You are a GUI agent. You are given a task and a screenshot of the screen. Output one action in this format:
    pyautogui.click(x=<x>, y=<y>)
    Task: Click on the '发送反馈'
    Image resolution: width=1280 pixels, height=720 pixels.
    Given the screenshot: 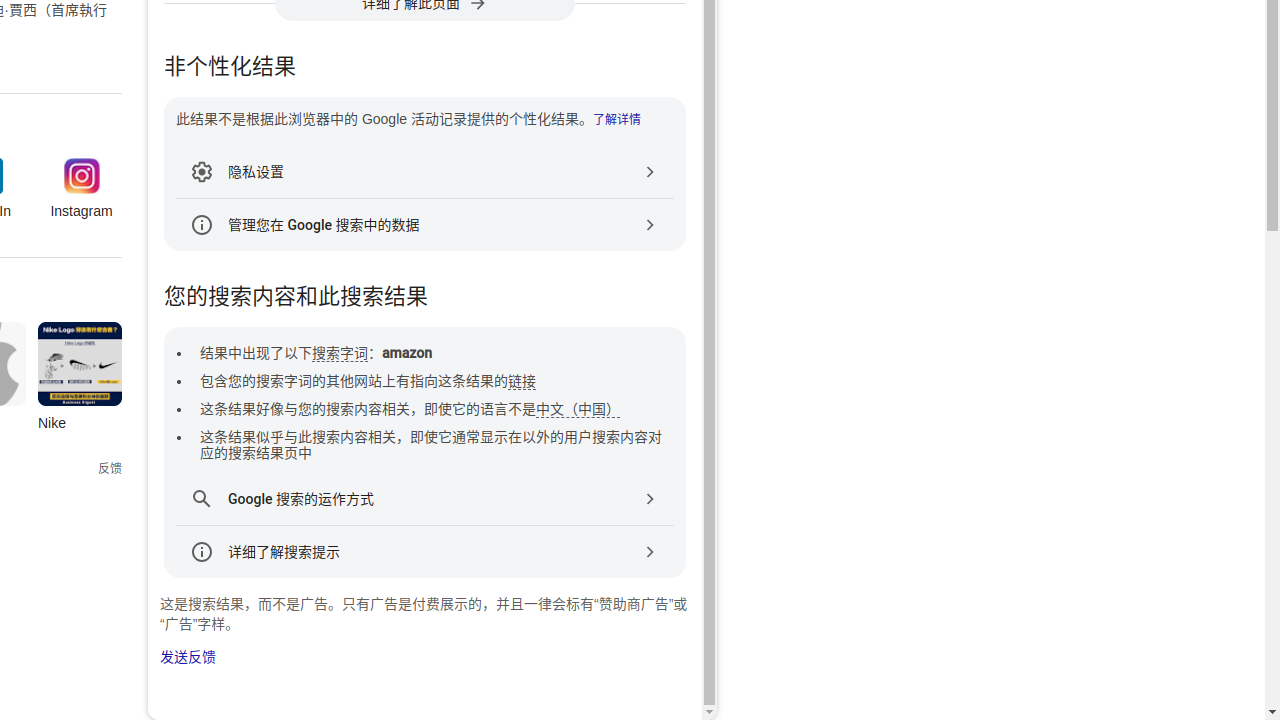 What is the action you would take?
    pyautogui.click(x=188, y=657)
    